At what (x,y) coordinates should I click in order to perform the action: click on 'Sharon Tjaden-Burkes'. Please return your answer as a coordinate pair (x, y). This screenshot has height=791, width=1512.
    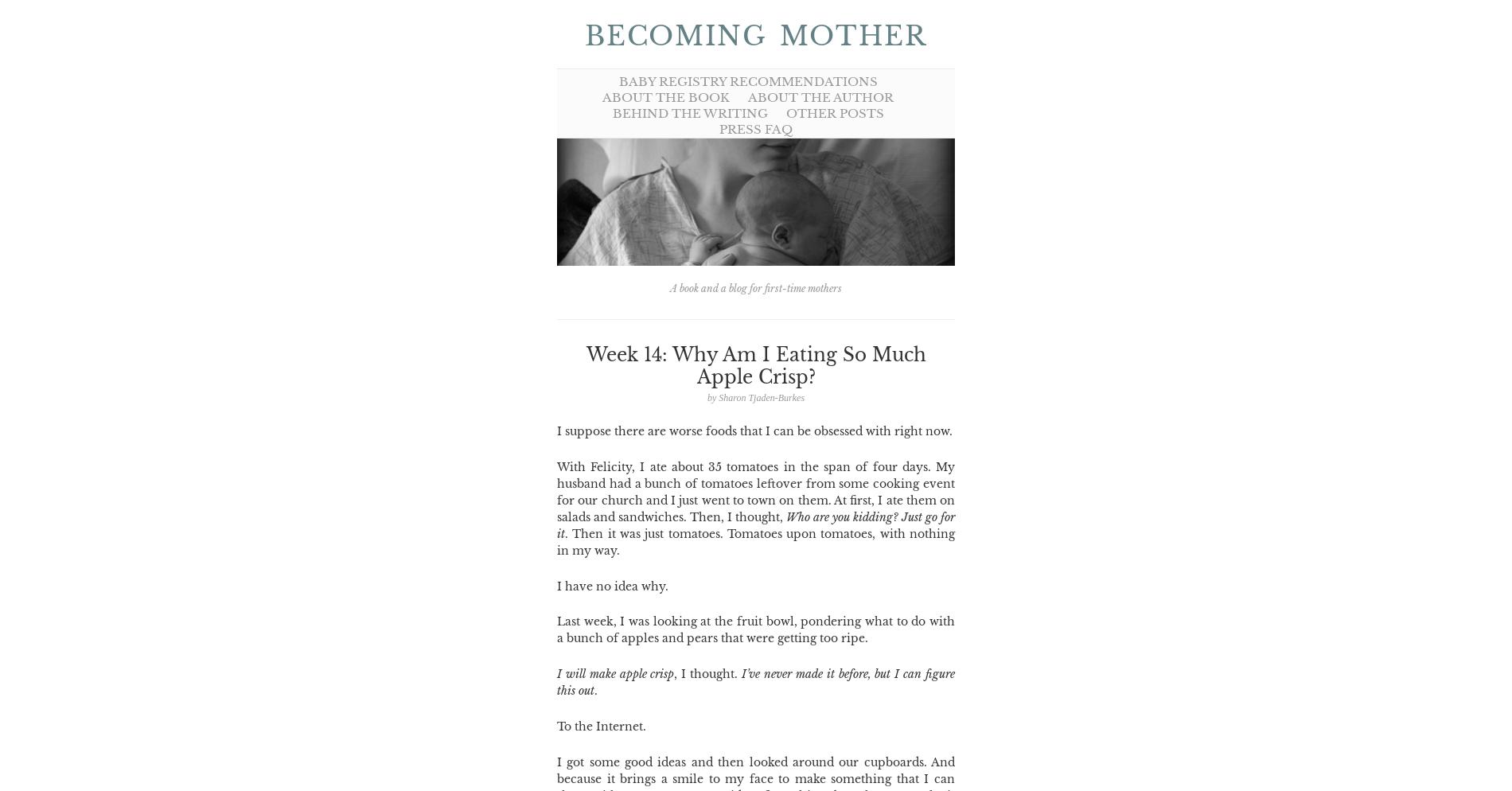
    Looking at the image, I should click on (762, 397).